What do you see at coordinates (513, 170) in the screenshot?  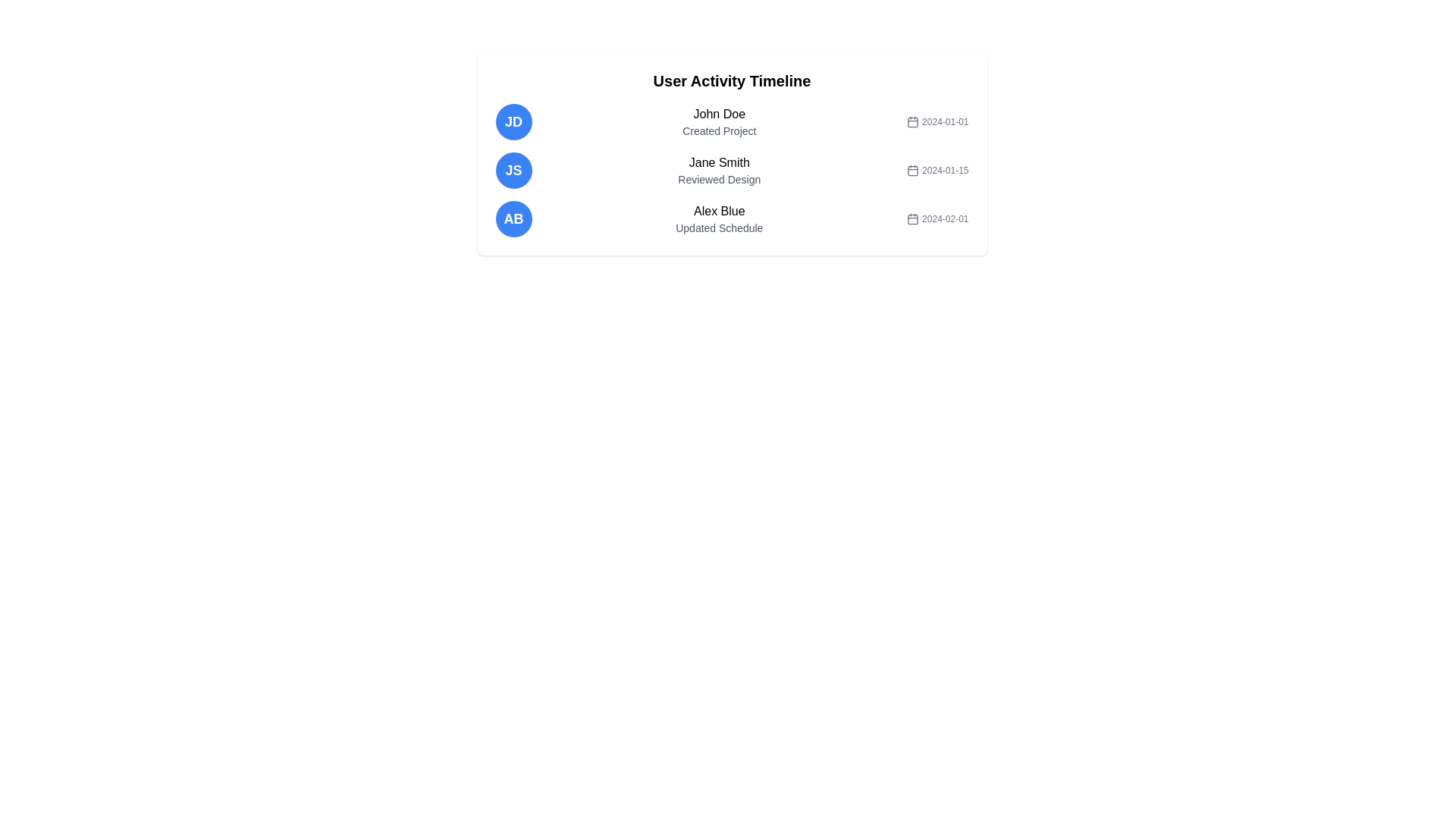 I see `the circular avatar with a blue background and initials 'JS' in white, located centrally in the second row of the user activity timeline` at bounding box center [513, 170].